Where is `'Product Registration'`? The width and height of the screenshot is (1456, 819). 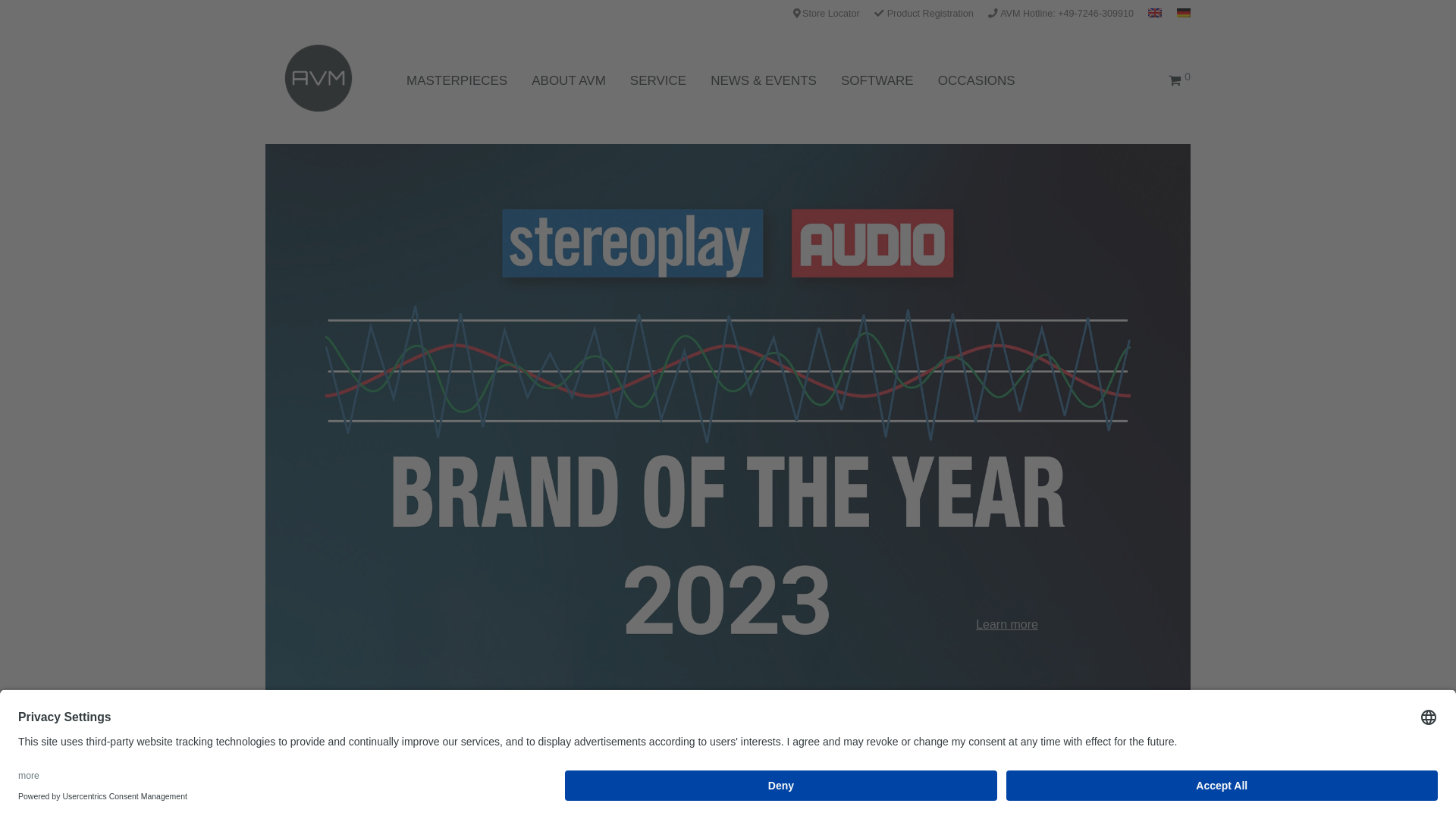 'Product Registration' is located at coordinates (923, 14).